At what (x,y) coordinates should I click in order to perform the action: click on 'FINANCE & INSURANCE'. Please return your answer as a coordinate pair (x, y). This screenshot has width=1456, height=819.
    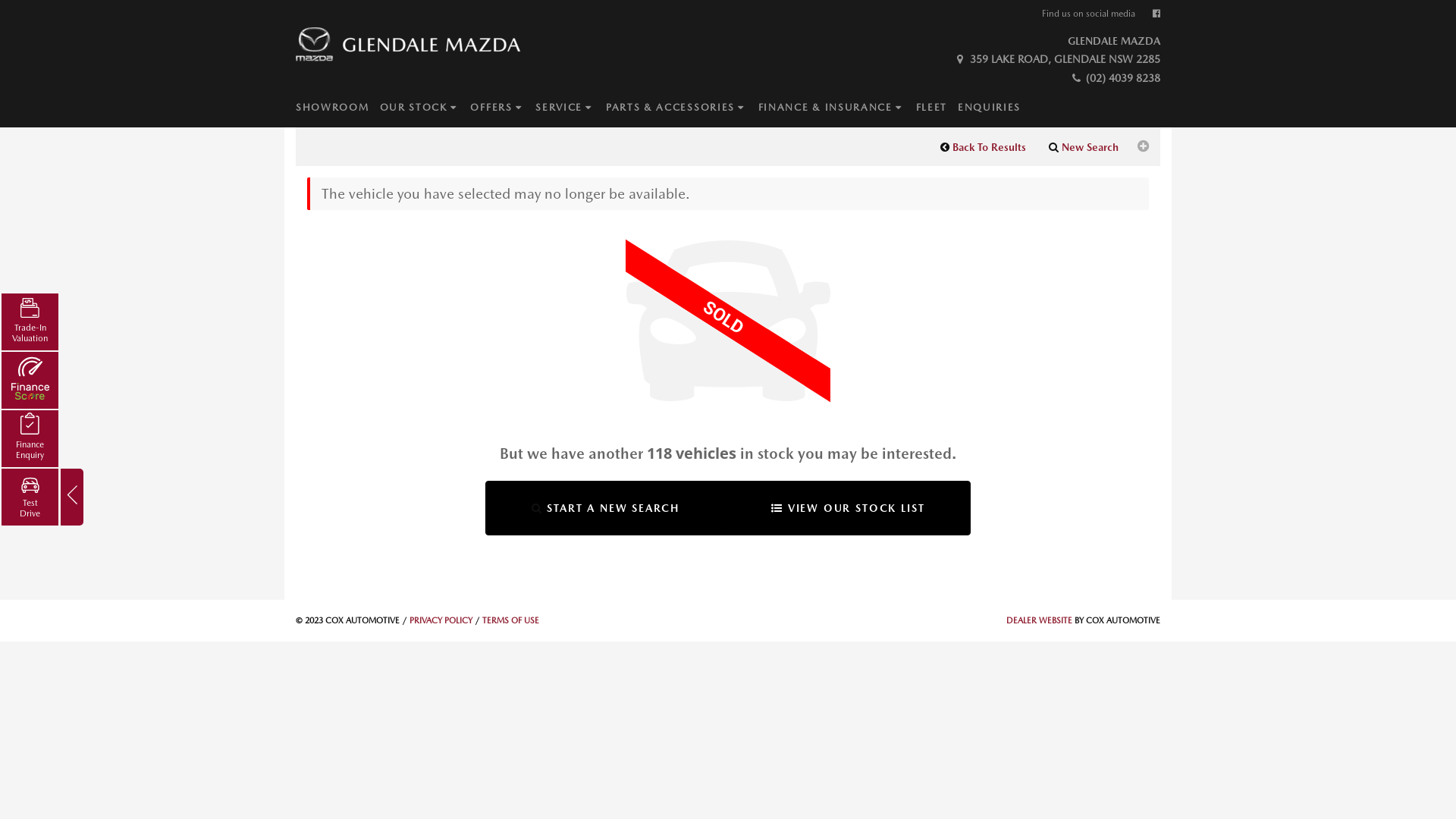
    Looking at the image, I should click on (836, 107).